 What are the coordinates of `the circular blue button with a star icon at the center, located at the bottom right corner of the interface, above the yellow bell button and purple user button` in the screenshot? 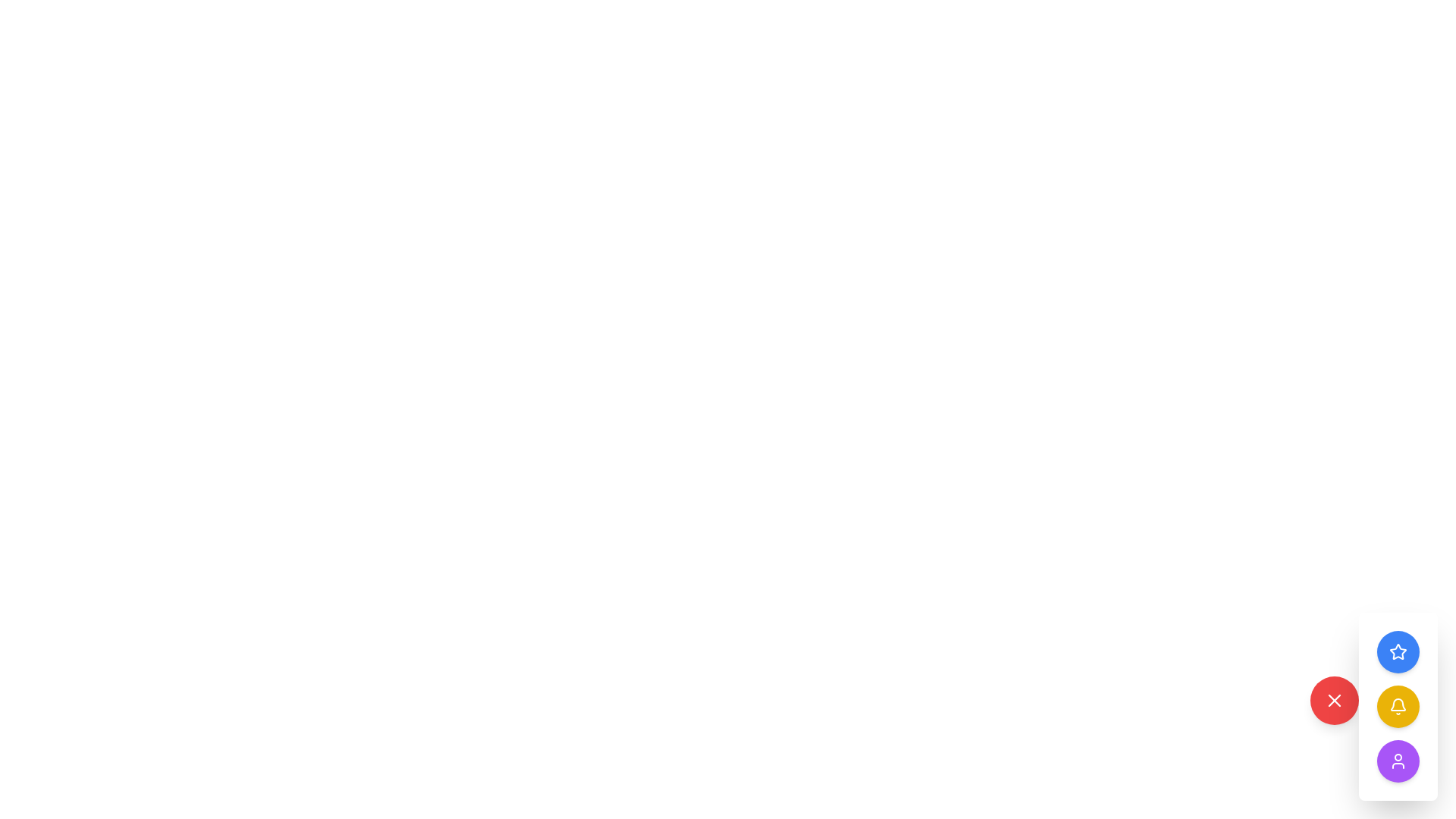 It's located at (1397, 651).